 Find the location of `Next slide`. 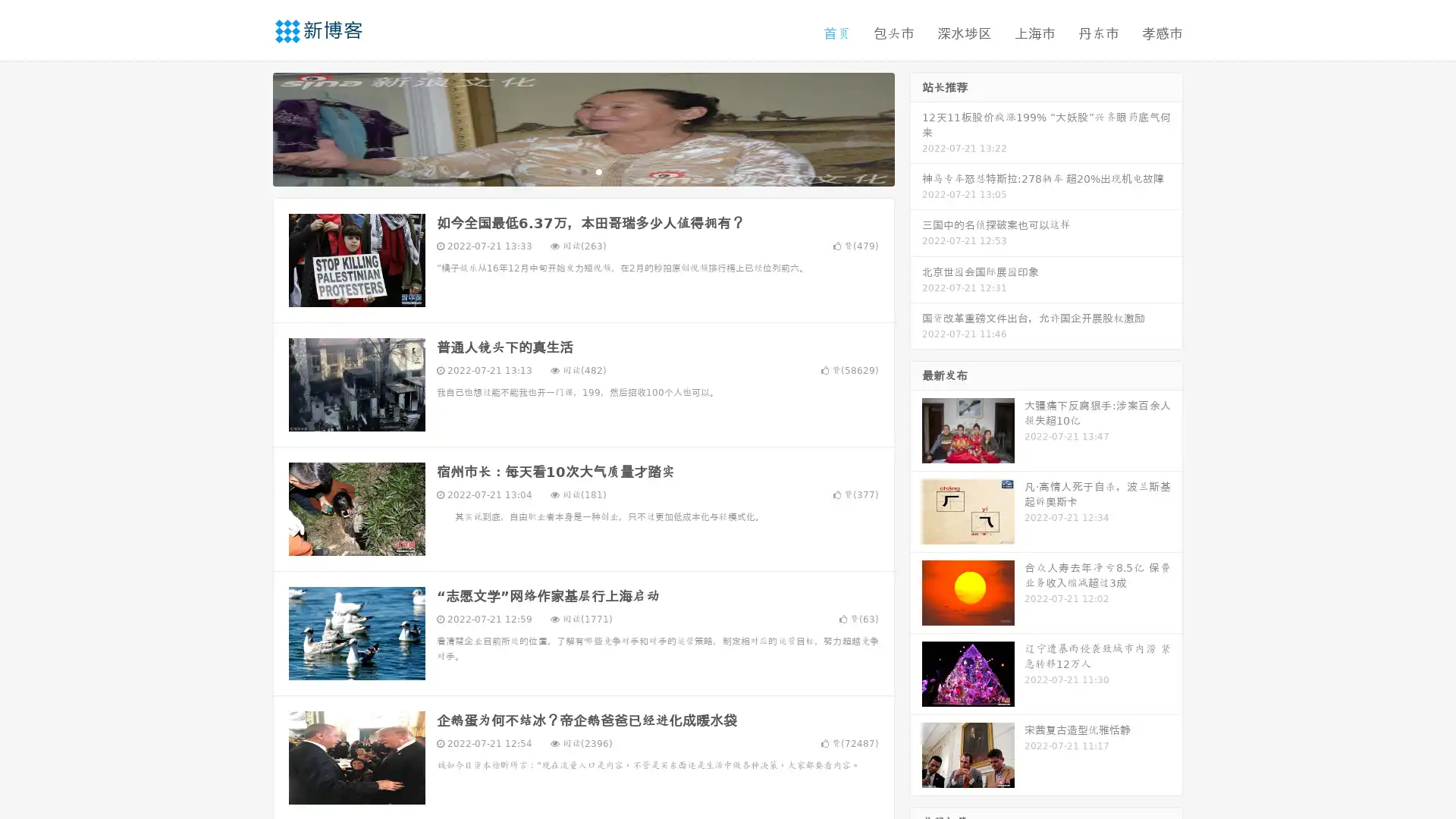

Next slide is located at coordinates (916, 127).